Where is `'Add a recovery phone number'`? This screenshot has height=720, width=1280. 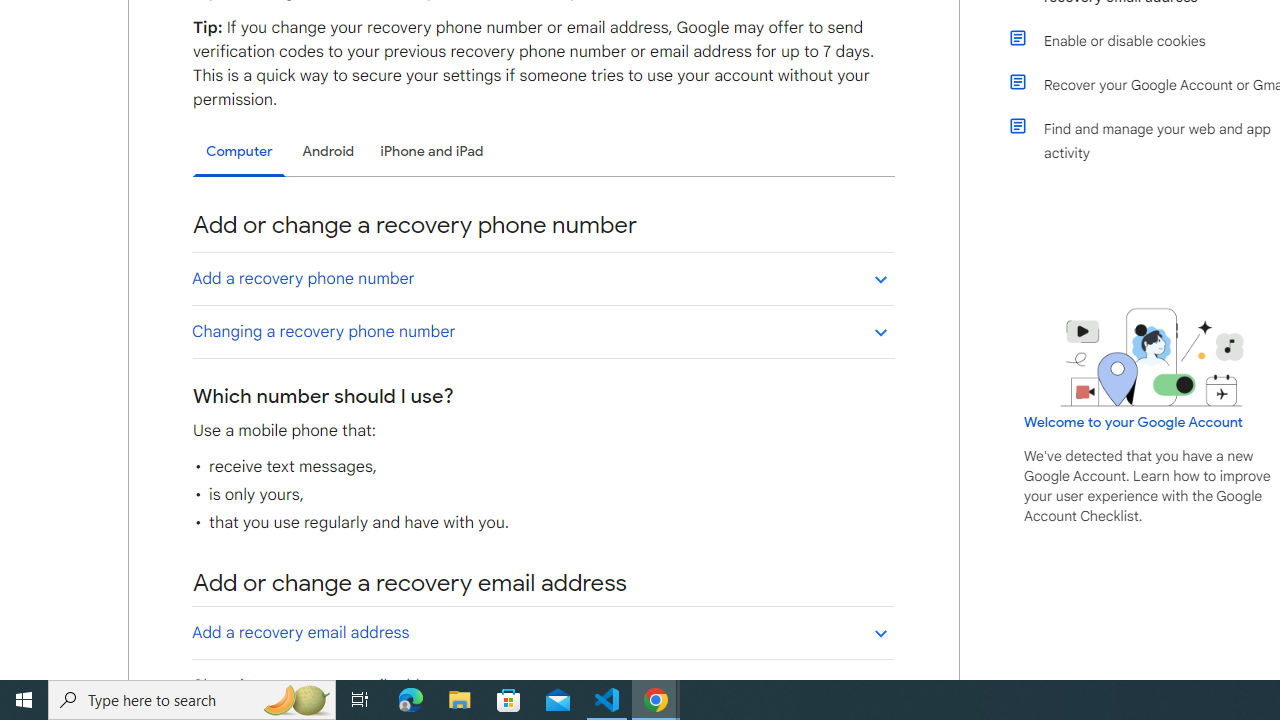 'Add a recovery phone number' is located at coordinates (542, 278).